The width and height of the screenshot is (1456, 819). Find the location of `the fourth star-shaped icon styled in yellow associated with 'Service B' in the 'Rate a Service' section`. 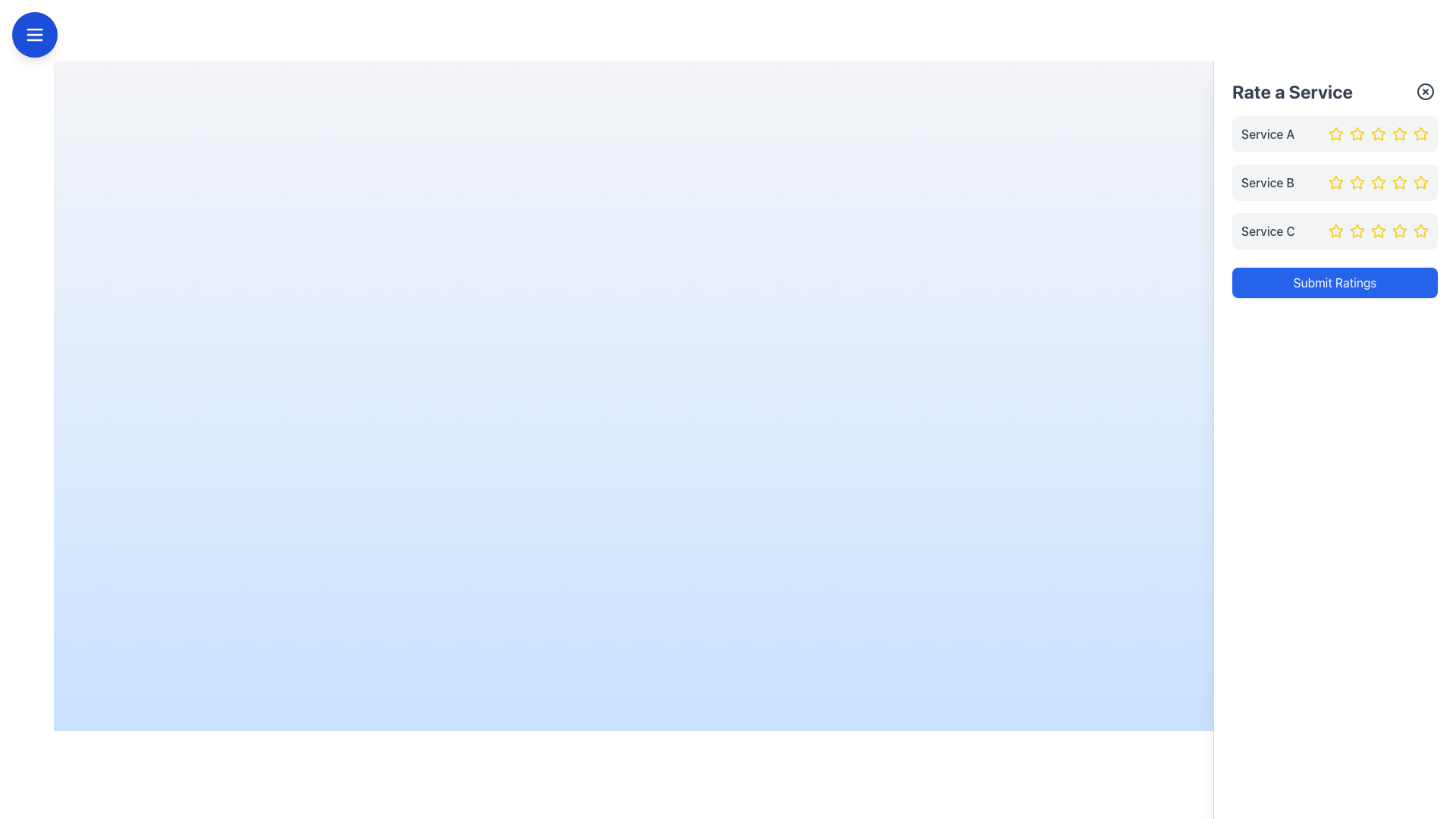

the fourth star-shaped icon styled in yellow associated with 'Service B' in the 'Rate a Service' section is located at coordinates (1379, 181).